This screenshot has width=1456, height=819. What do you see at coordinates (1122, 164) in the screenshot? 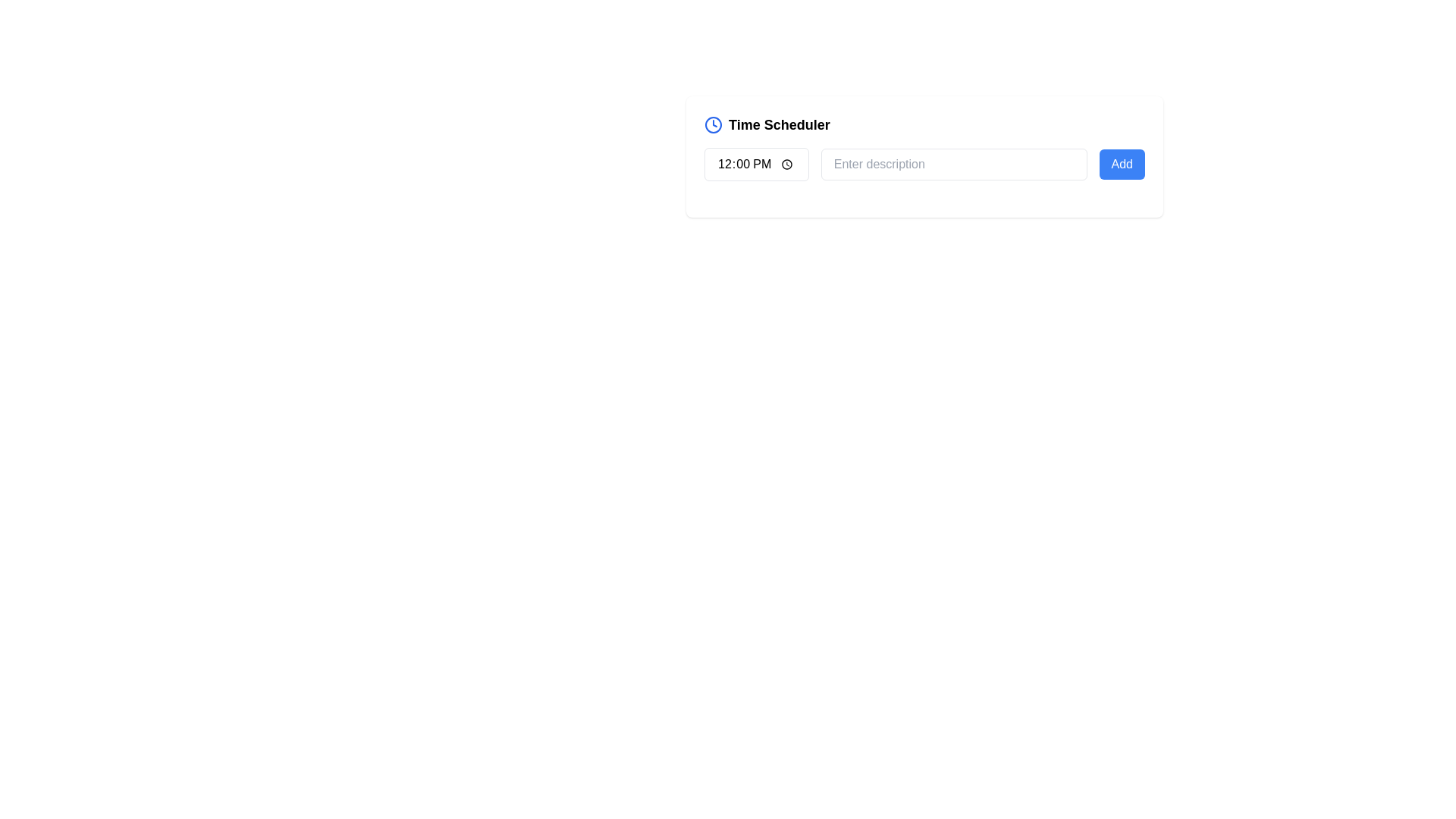
I see `the 'Add' button with a blue background and rounded edges` at bounding box center [1122, 164].